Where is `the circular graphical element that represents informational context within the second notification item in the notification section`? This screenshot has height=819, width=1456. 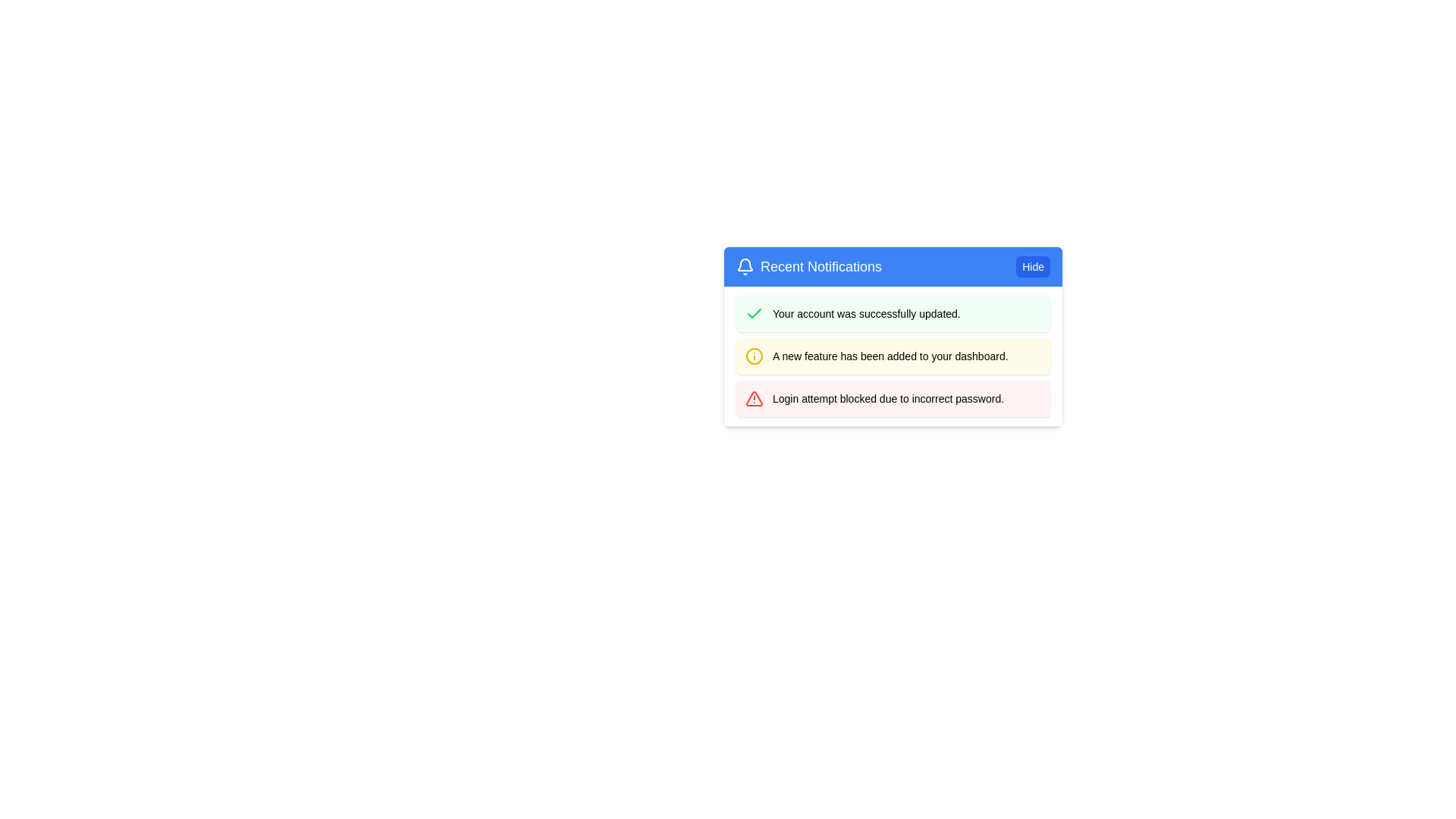
the circular graphical element that represents informational context within the second notification item in the notification section is located at coordinates (754, 356).